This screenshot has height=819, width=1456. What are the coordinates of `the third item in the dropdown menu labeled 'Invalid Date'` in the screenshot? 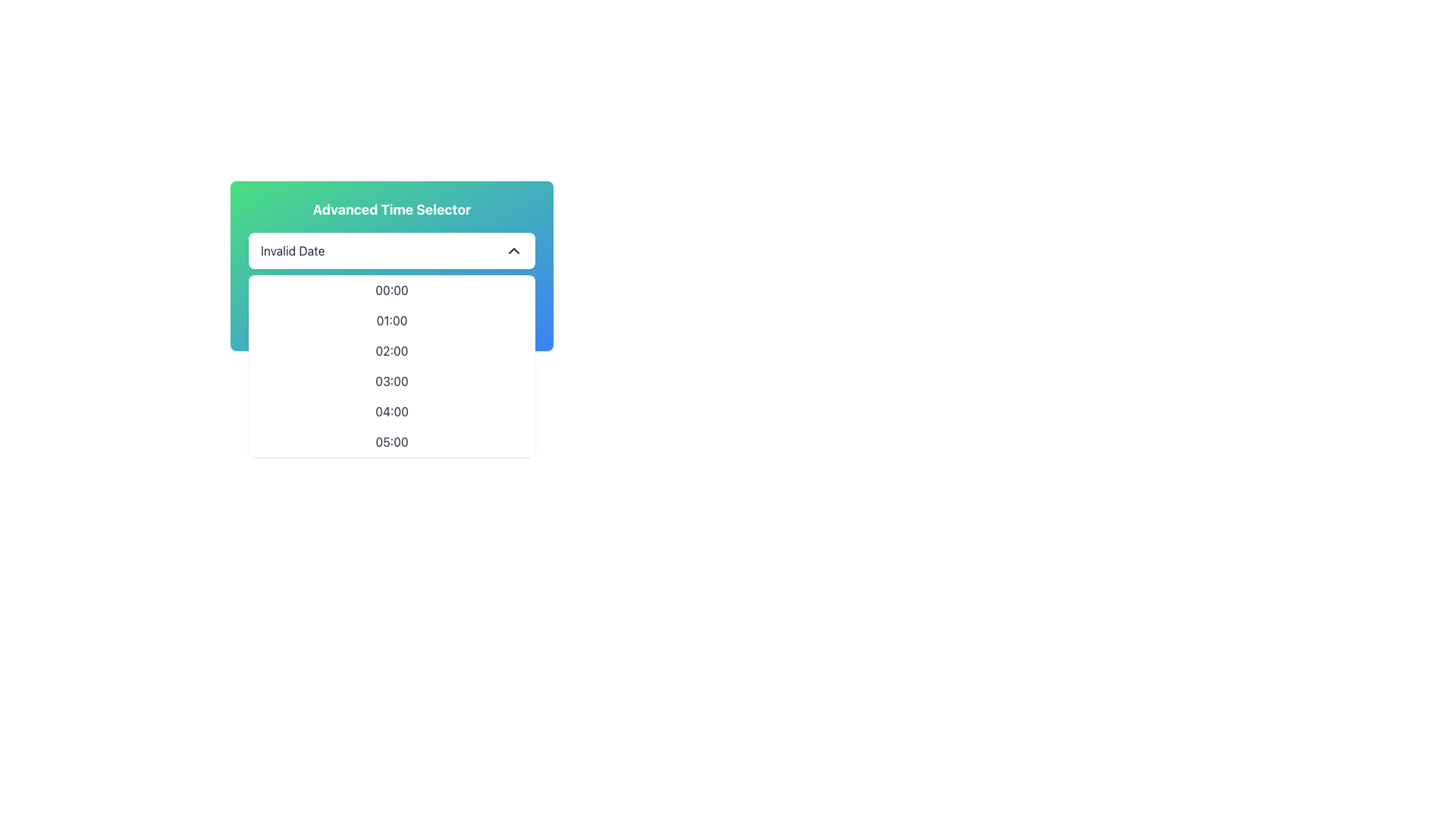 It's located at (392, 366).